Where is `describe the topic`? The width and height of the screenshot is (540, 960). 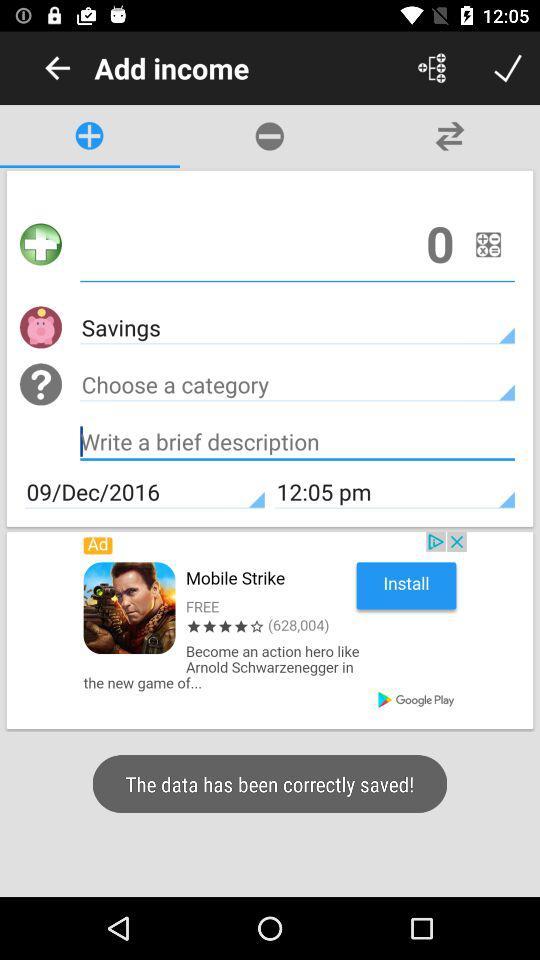 describe the topic is located at coordinates (296, 444).